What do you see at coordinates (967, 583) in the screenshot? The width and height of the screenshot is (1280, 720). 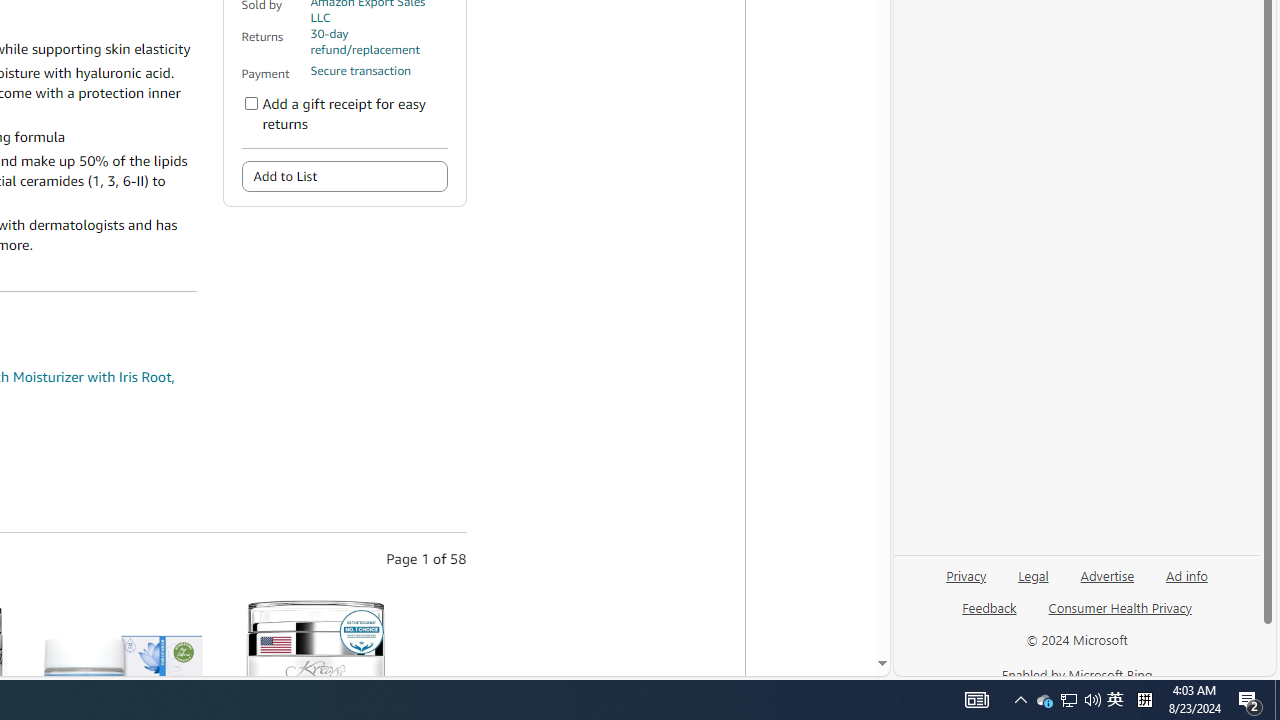 I see `'Privacy'` at bounding box center [967, 583].